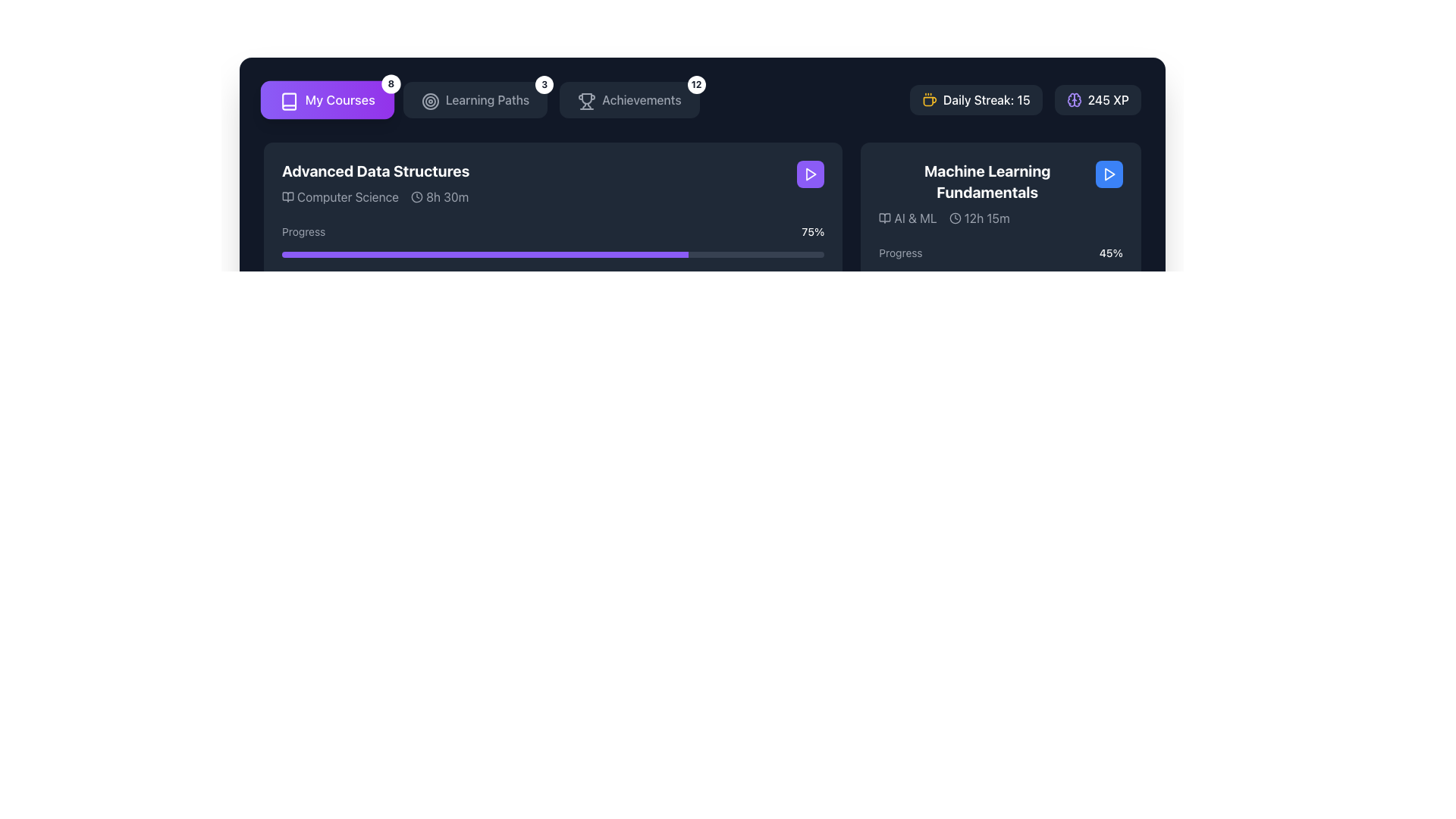 This screenshot has height=819, width=1456. Describe the element at coordinates (475, 99) in the screenshot. I see `the 'Learning Paths' button with a badge displaying the number '3'` at that location.